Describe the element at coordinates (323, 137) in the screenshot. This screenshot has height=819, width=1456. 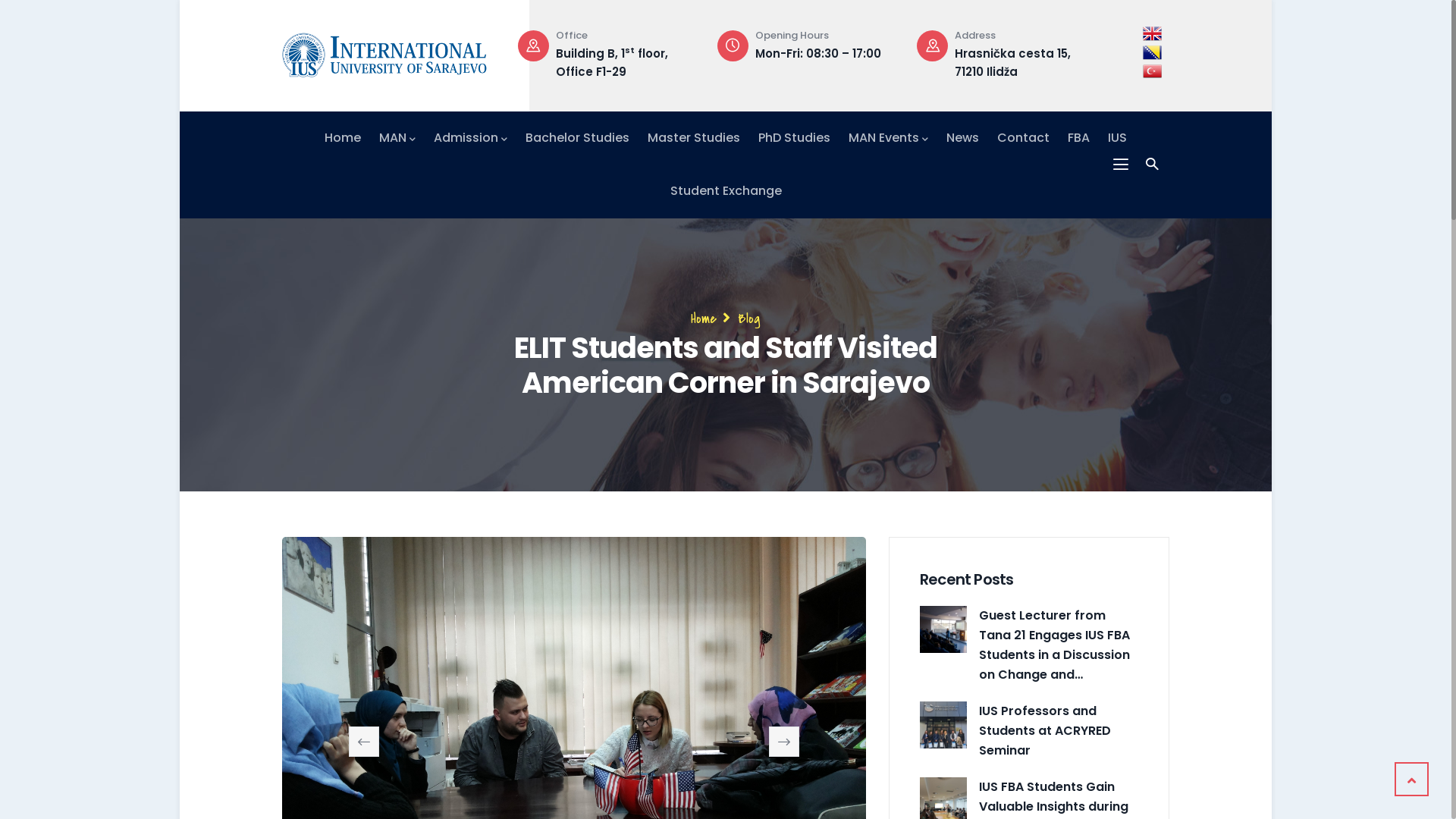
I see `'Home'` at that location.